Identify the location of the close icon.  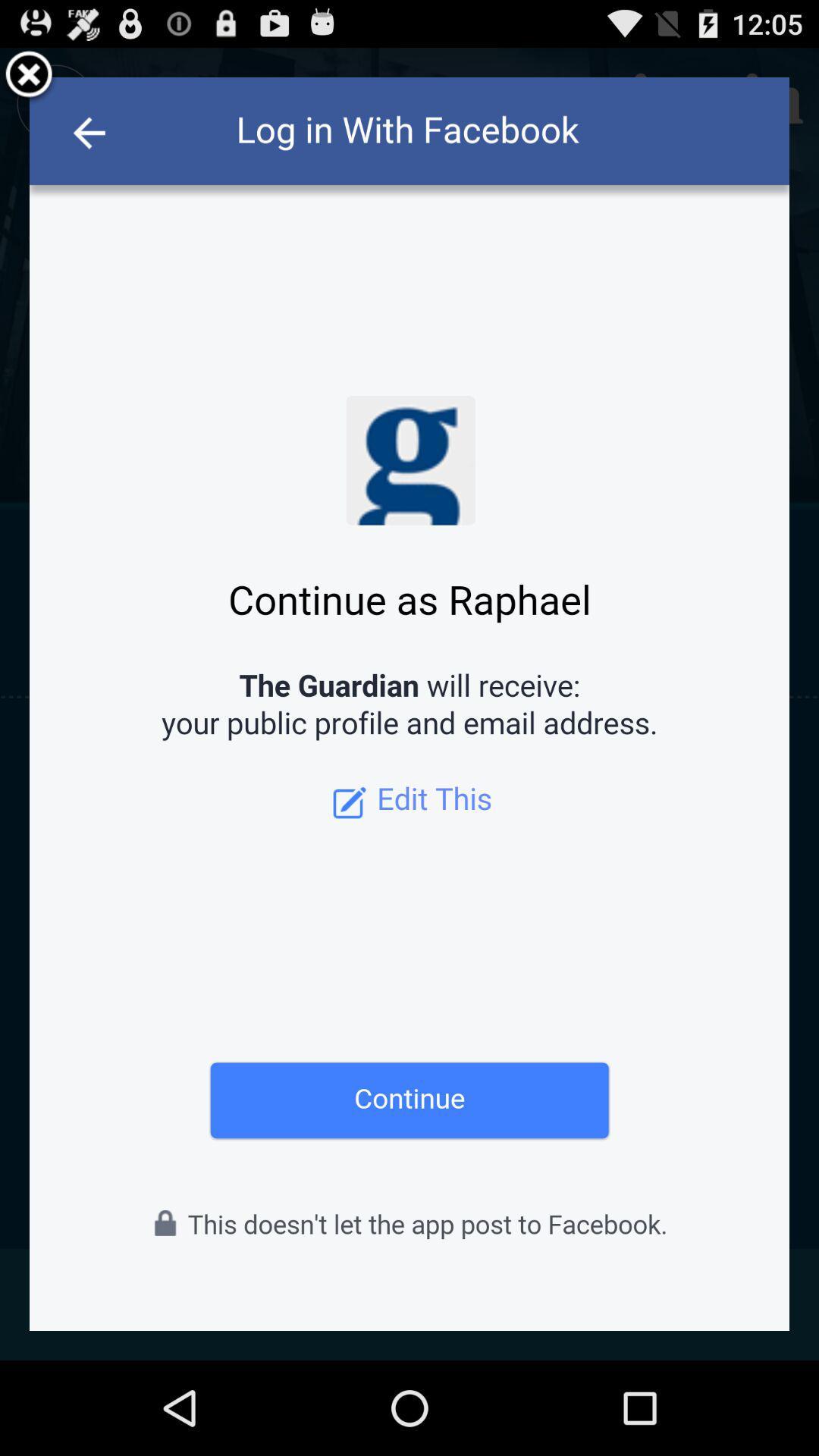
(29, 81).